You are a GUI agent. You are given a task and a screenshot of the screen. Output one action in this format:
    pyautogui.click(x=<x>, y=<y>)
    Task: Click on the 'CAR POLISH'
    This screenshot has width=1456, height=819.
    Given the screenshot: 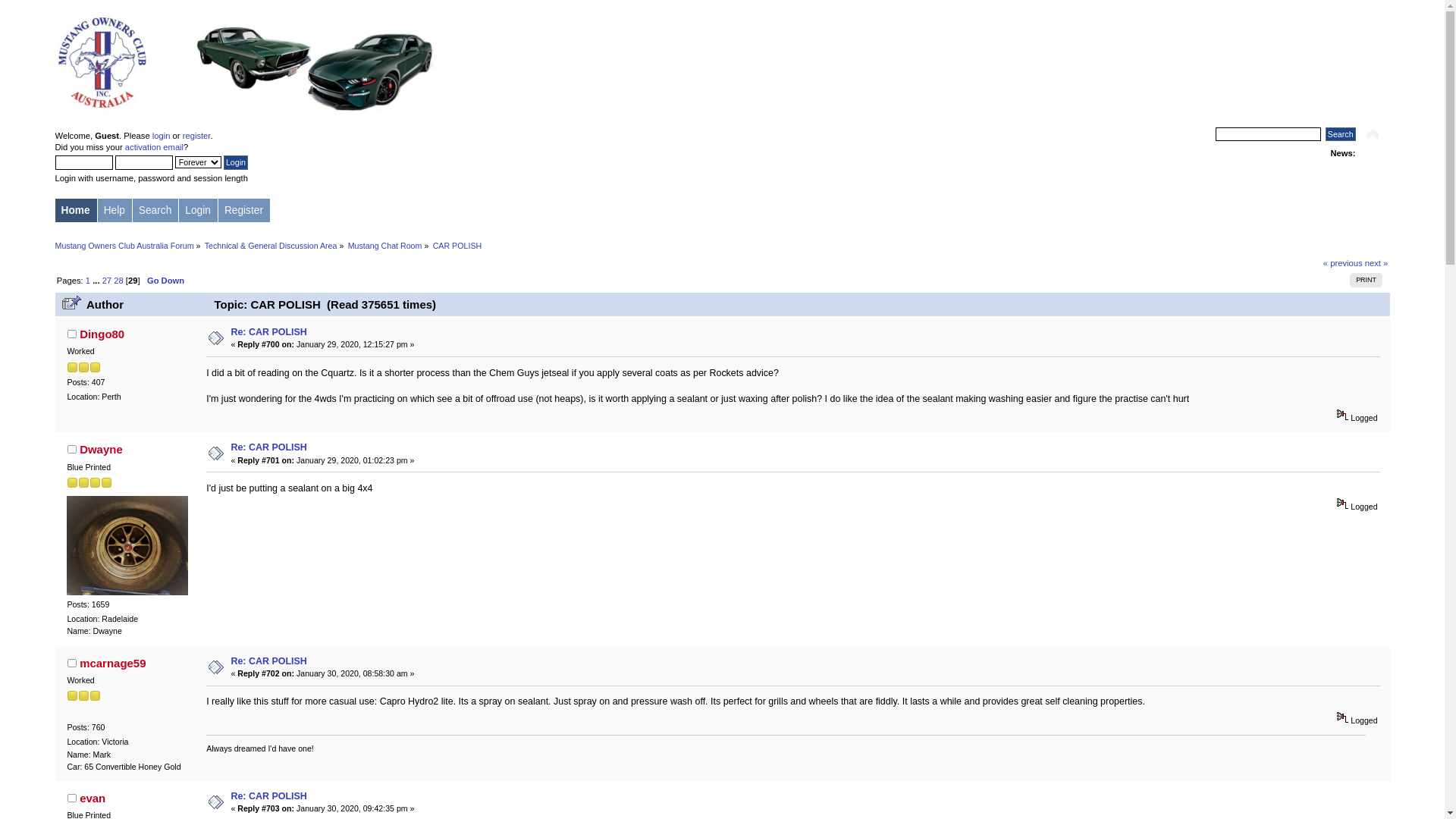 What is the action you would take?
    pyautogui.click(x=457, y=245)
    